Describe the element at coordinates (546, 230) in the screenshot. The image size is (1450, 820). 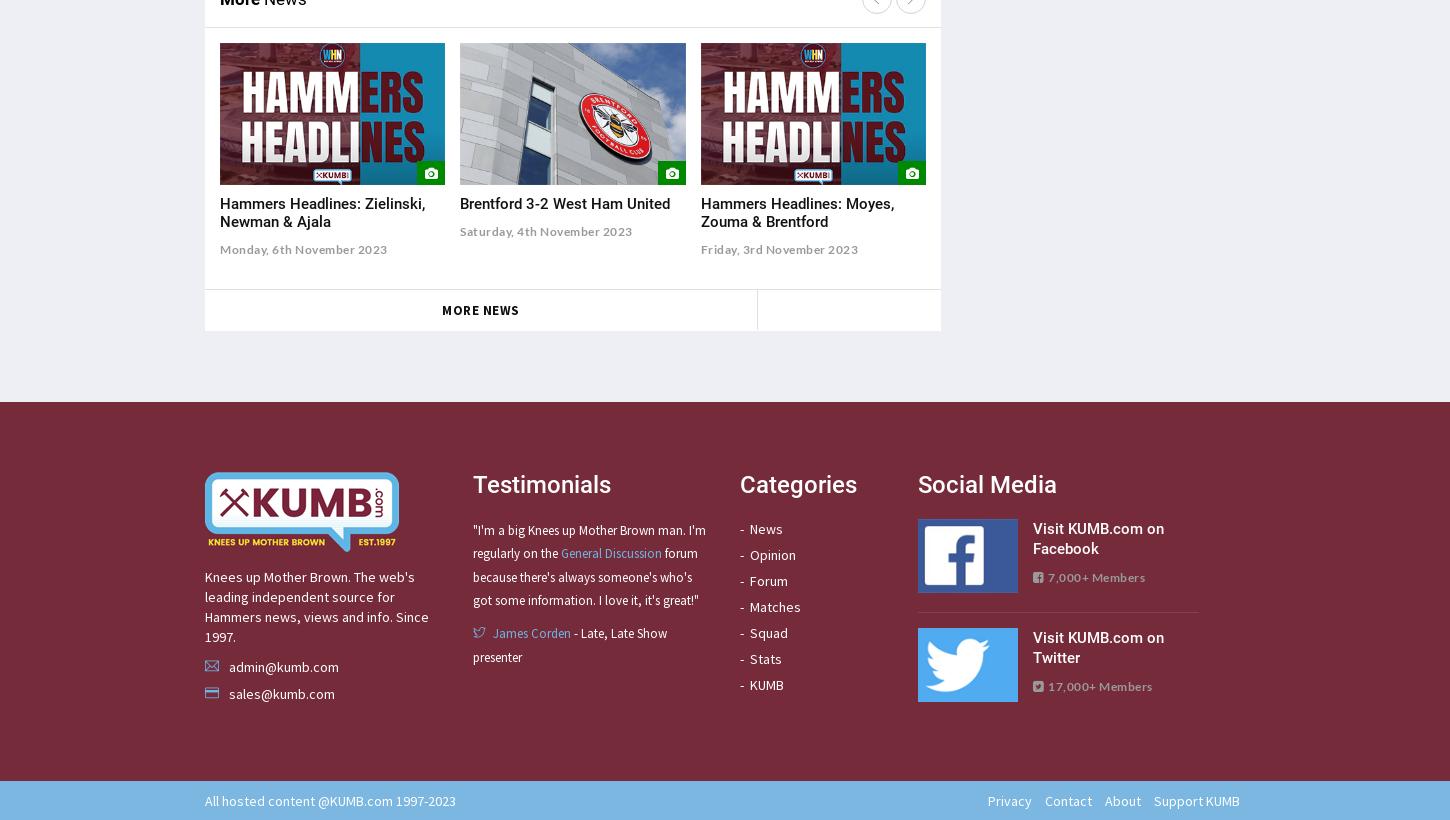
I see `'Saturday, 4th November 2023'` at that location.